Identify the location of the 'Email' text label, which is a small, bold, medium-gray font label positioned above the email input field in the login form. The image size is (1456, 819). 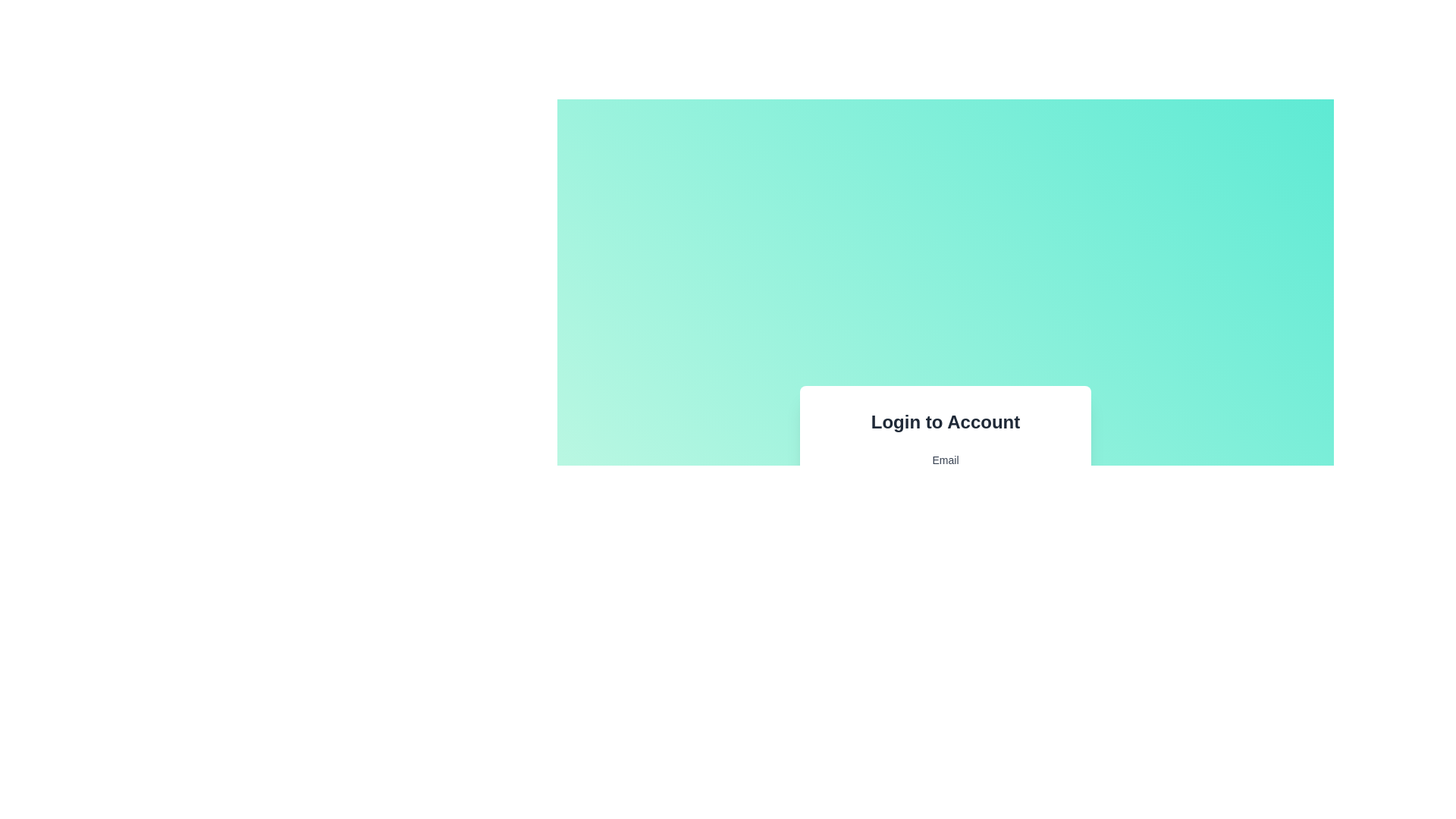
(945, 459).